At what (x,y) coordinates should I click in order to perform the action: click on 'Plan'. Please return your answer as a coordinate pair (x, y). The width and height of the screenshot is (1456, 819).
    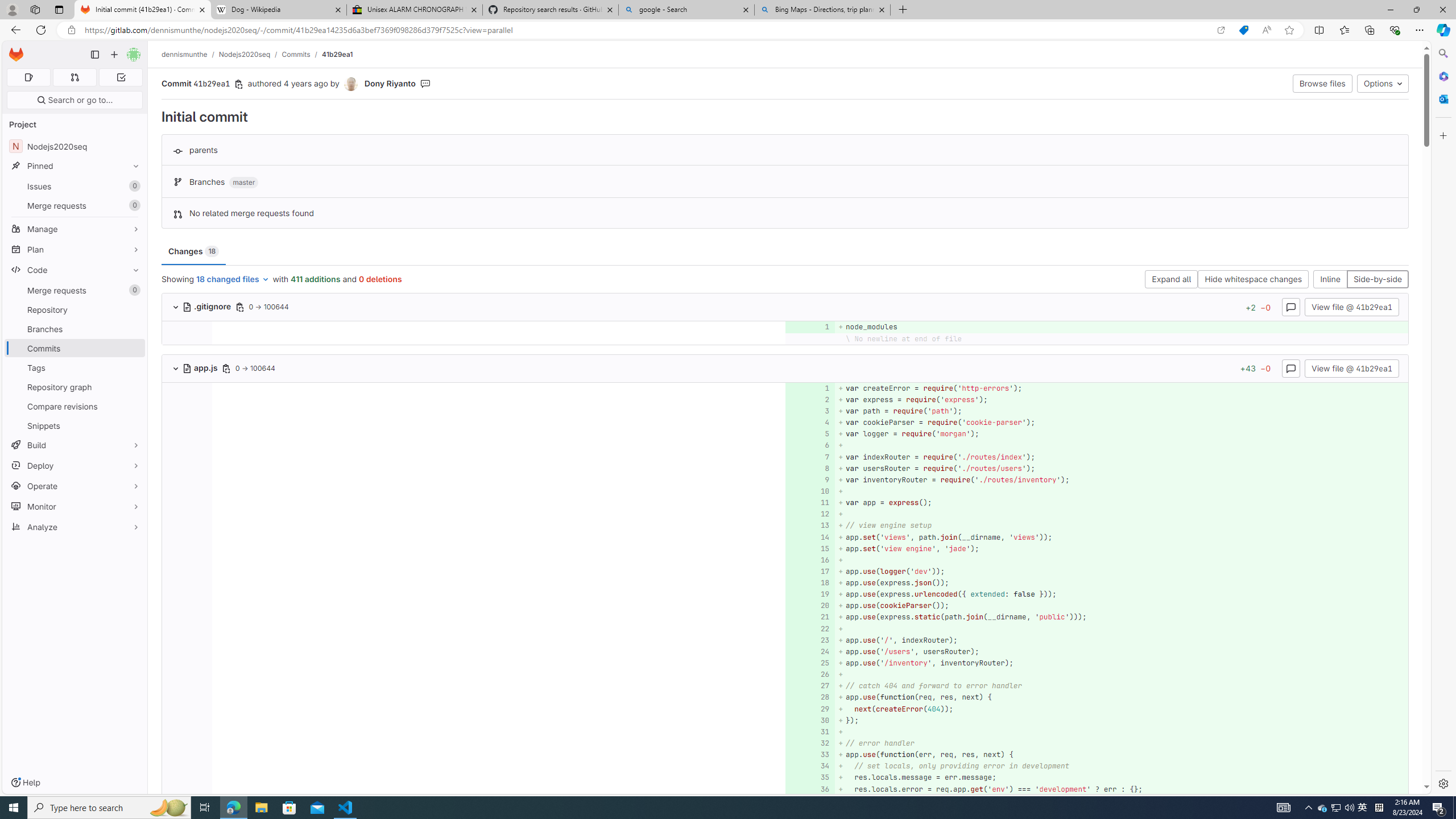
    Looking at the image, I should click on (74, 249).